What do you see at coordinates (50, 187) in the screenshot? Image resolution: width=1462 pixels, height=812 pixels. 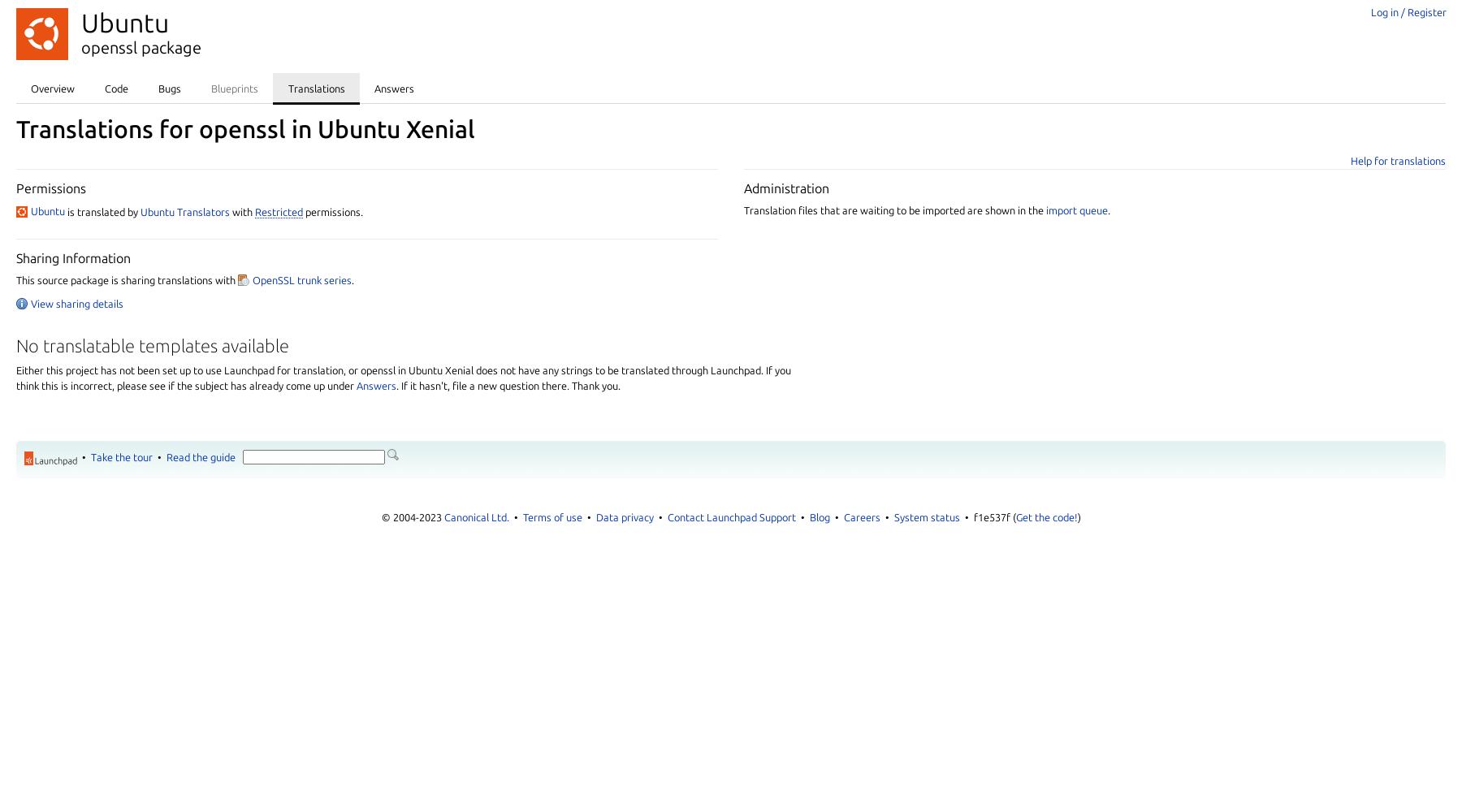 I see `'Permissions'` at bounding box center [50, 187].